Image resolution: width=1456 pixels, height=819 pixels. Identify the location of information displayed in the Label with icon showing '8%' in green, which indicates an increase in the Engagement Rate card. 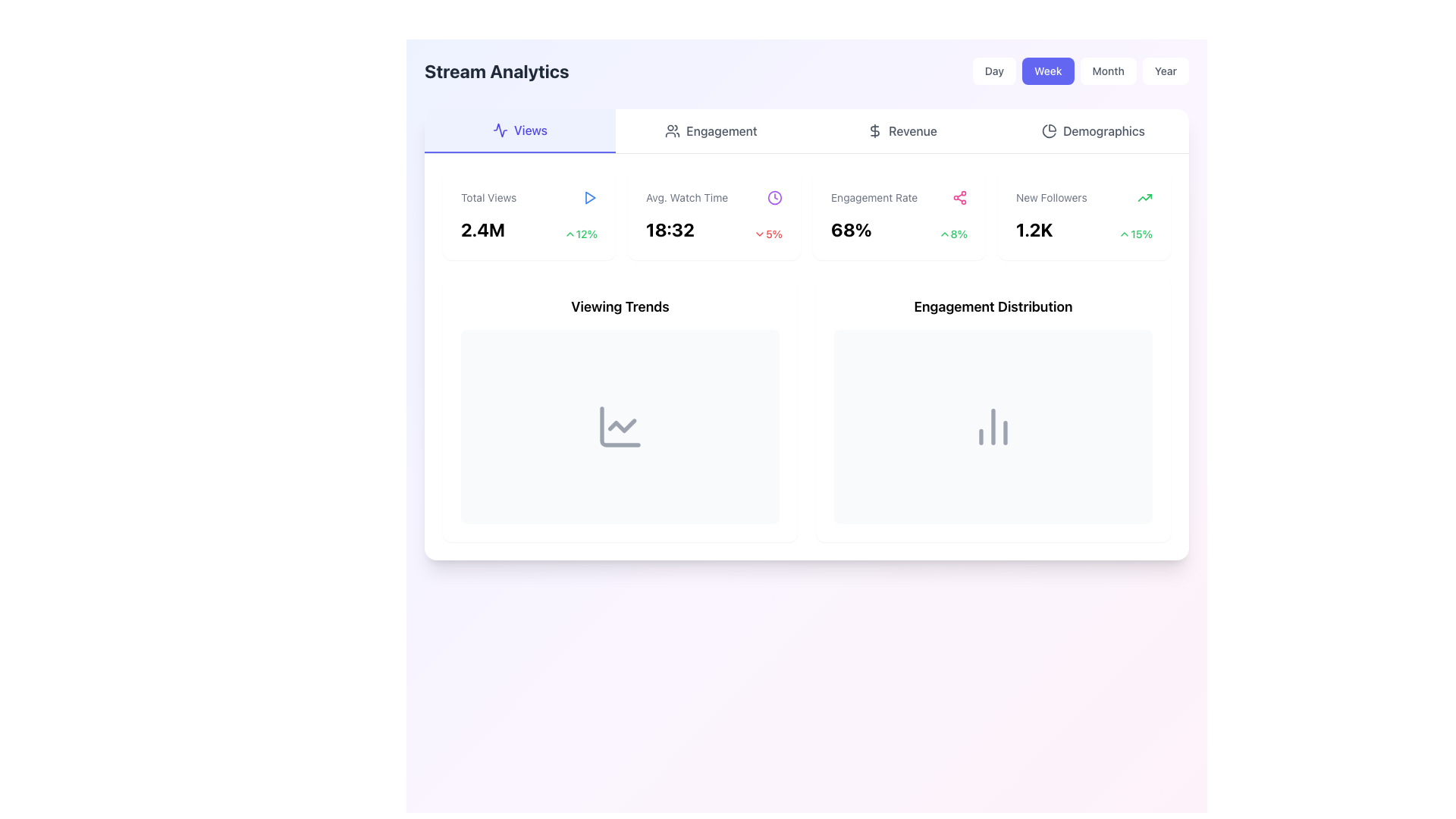
(952, 234).